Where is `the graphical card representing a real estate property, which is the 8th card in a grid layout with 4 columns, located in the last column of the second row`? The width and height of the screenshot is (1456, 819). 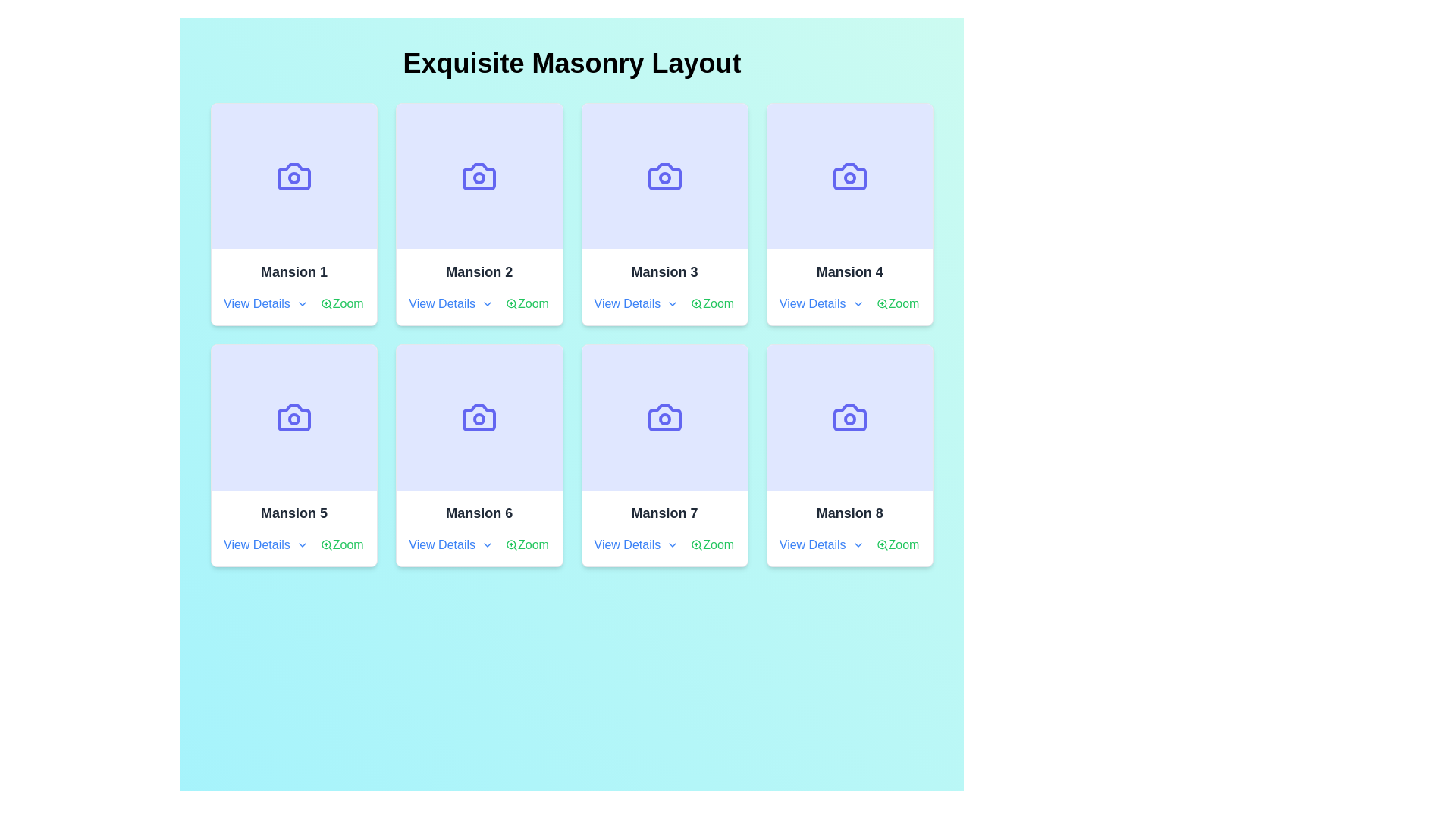 the graphical card representing a real estate property, which is the 8th card in a grid layout with 4 columns, located in the last column of the second row is located at coordinates (849, 455).